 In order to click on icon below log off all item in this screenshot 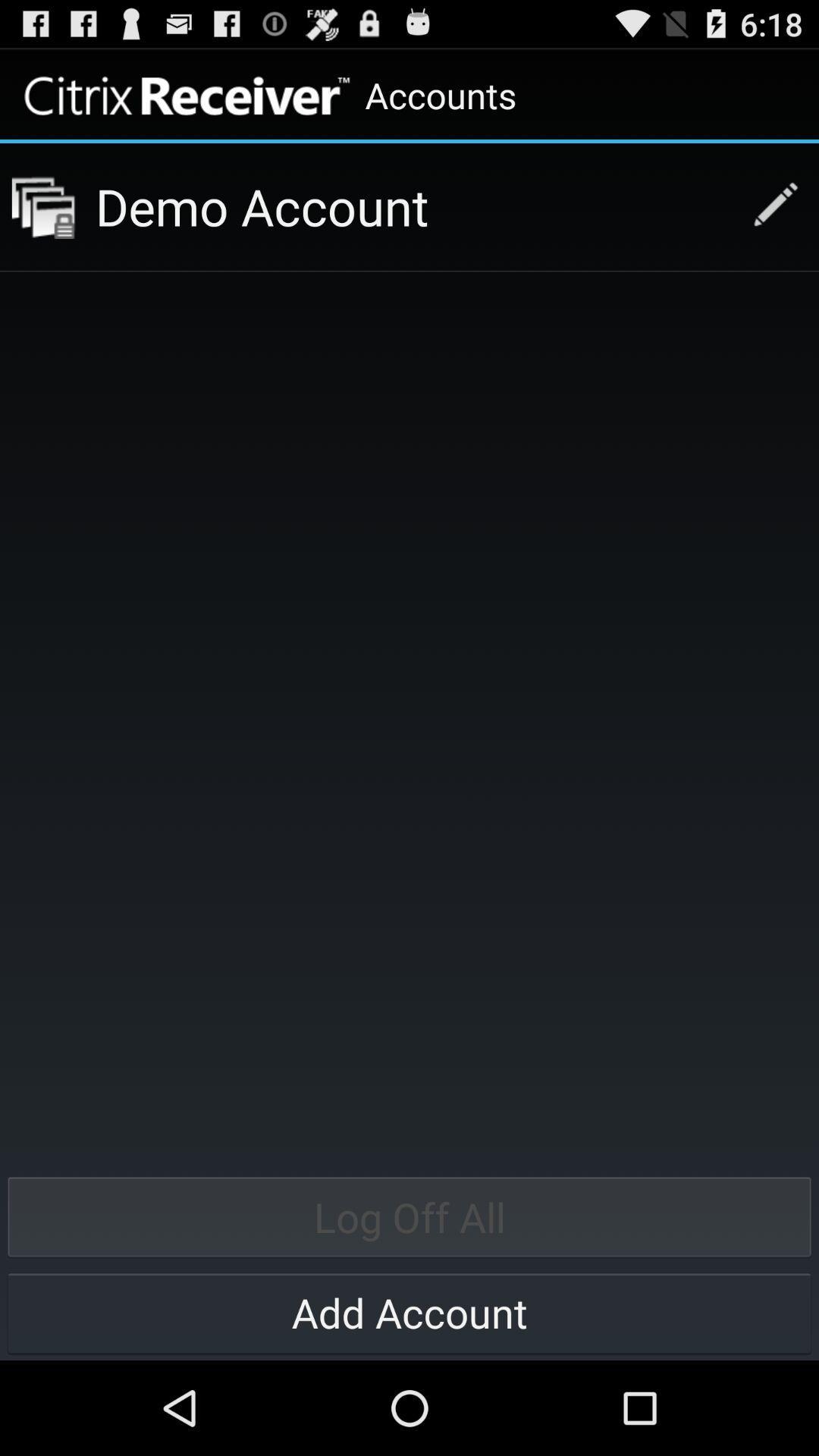, I will do `click(409, 1312)`.